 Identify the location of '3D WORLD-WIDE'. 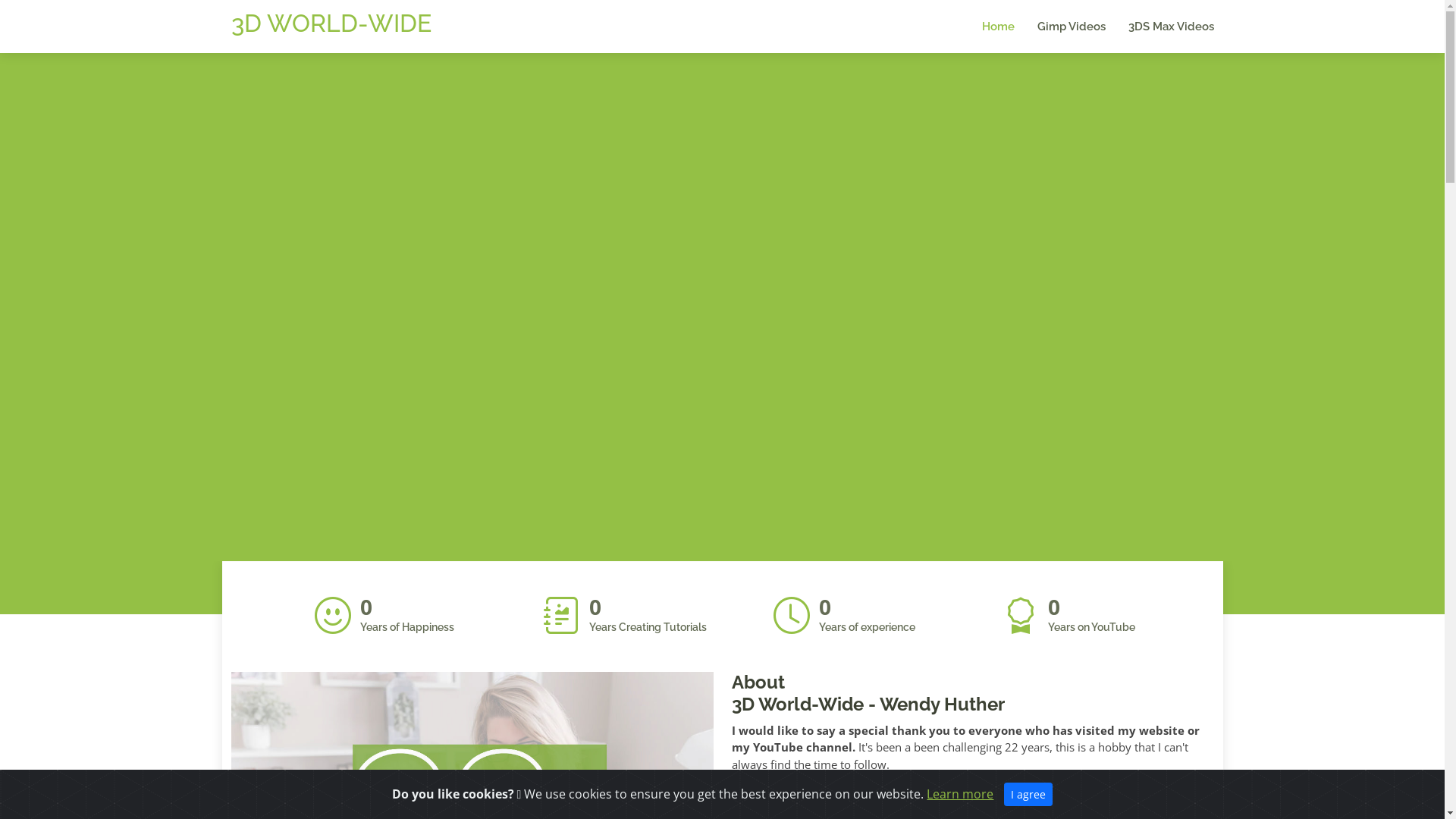
(330, 23).